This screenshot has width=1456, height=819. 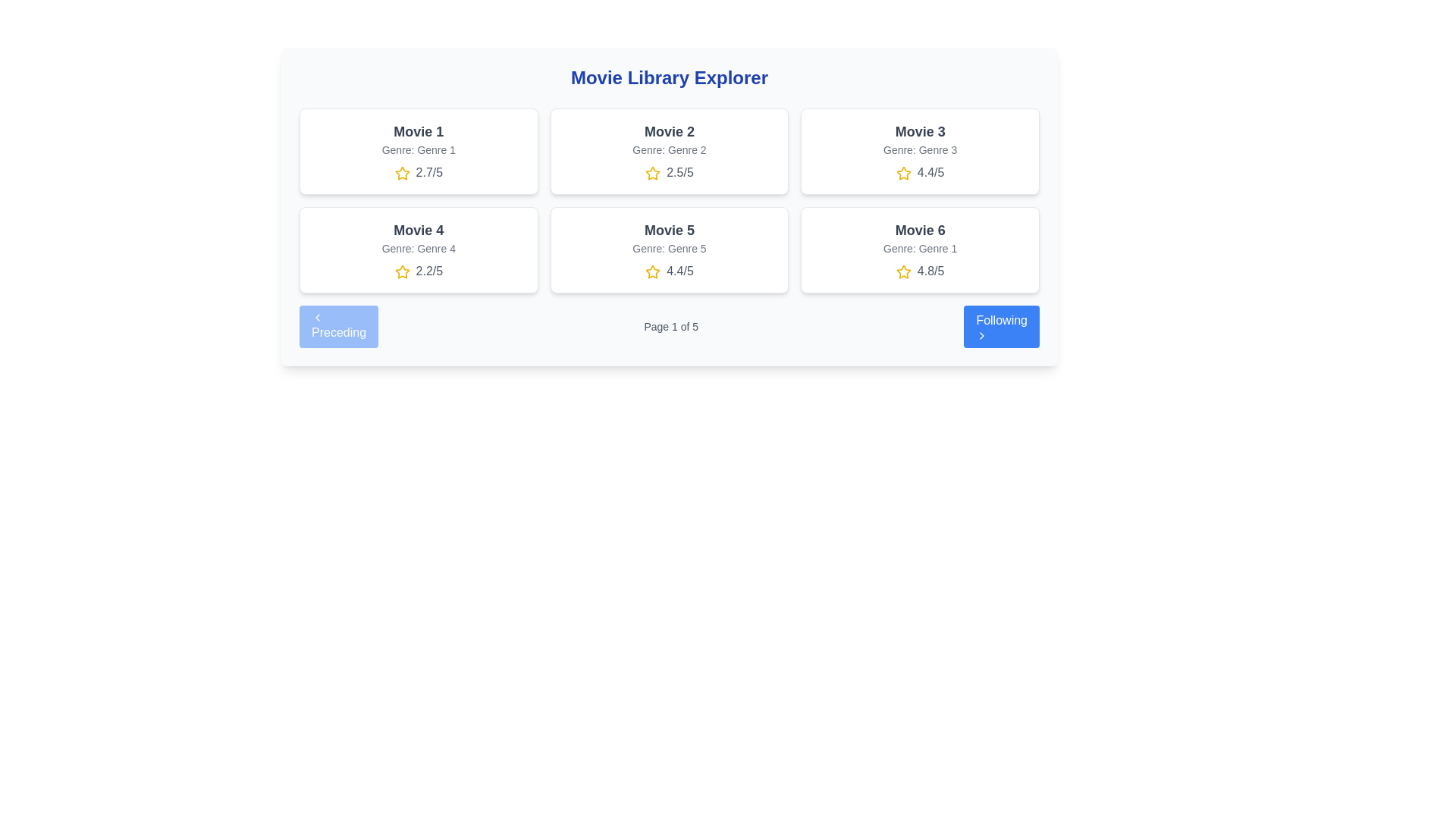 I want to click on text label indicating the genre of the associated movie, which is 'Genre 4', positioned within the white card for 'Movie 4', so click(x=419, y=247).